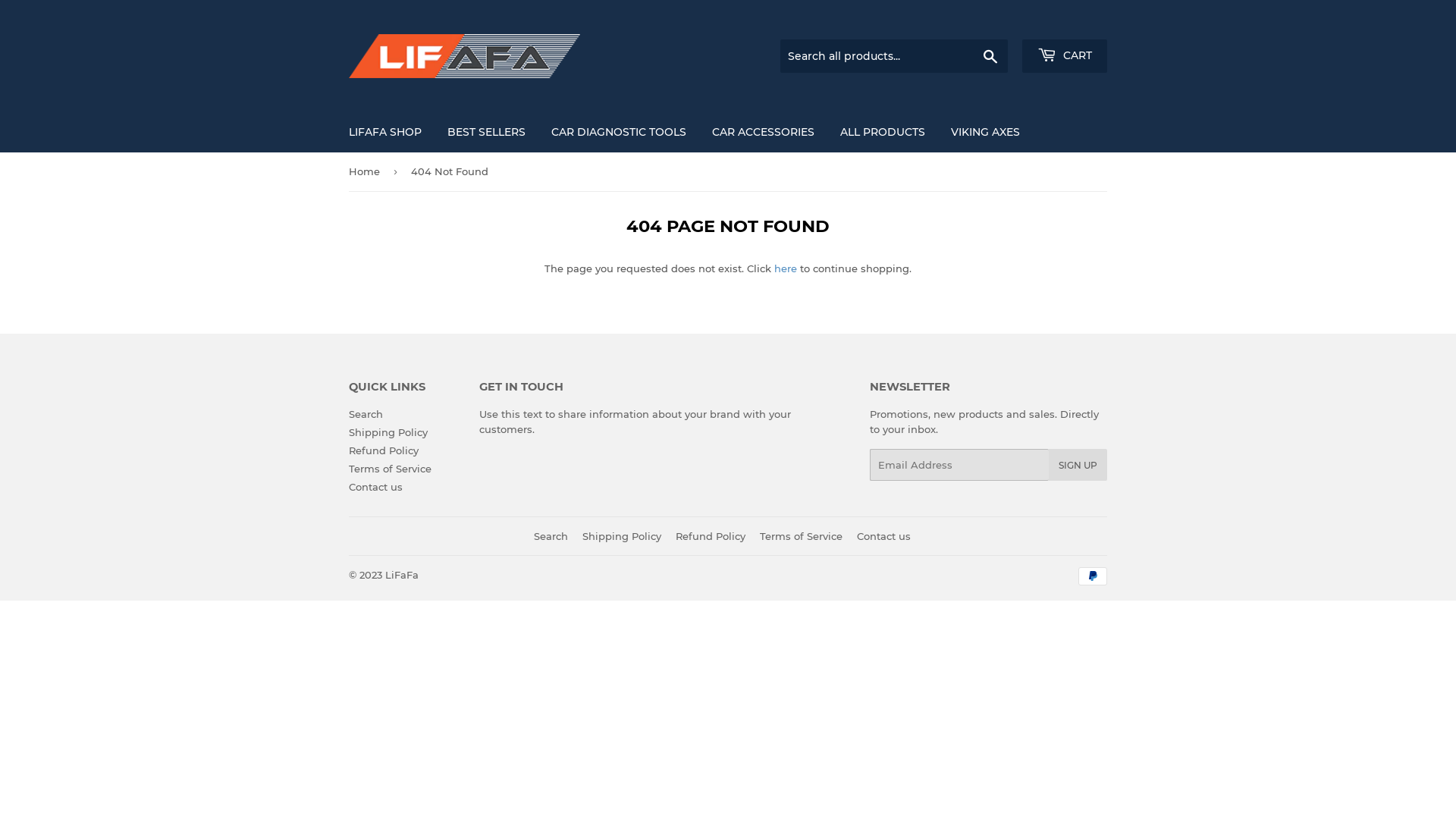 Image resolution: width=1456 pixels, height=819 pixels. I want to click on 'Shipping Policy', so click(622, 534).